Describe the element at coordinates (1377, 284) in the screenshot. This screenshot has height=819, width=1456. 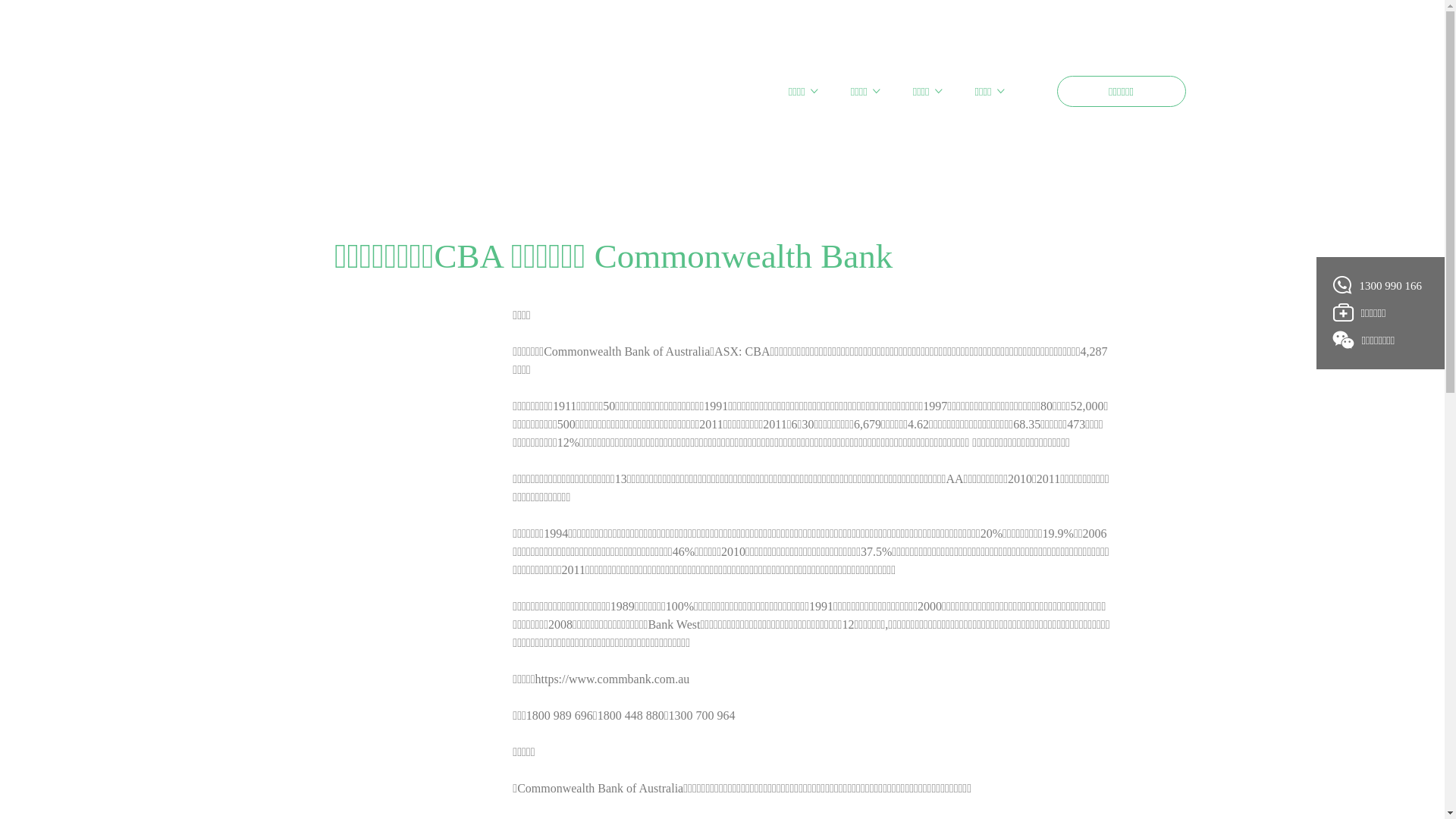
I see `'1300 990 166'` at that location.